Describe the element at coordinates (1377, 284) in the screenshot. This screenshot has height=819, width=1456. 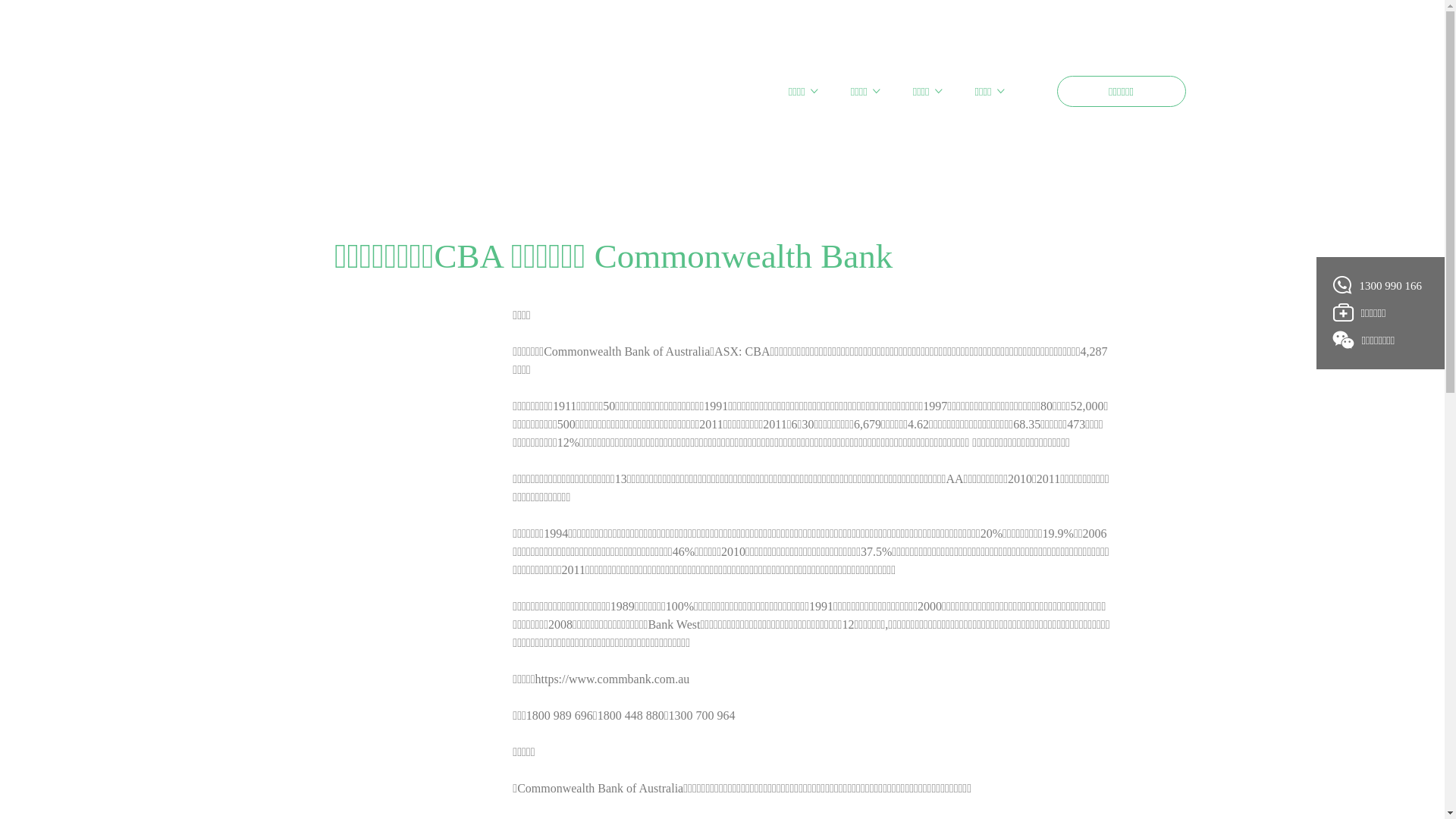
I see `'1300 990 166'` at that location.